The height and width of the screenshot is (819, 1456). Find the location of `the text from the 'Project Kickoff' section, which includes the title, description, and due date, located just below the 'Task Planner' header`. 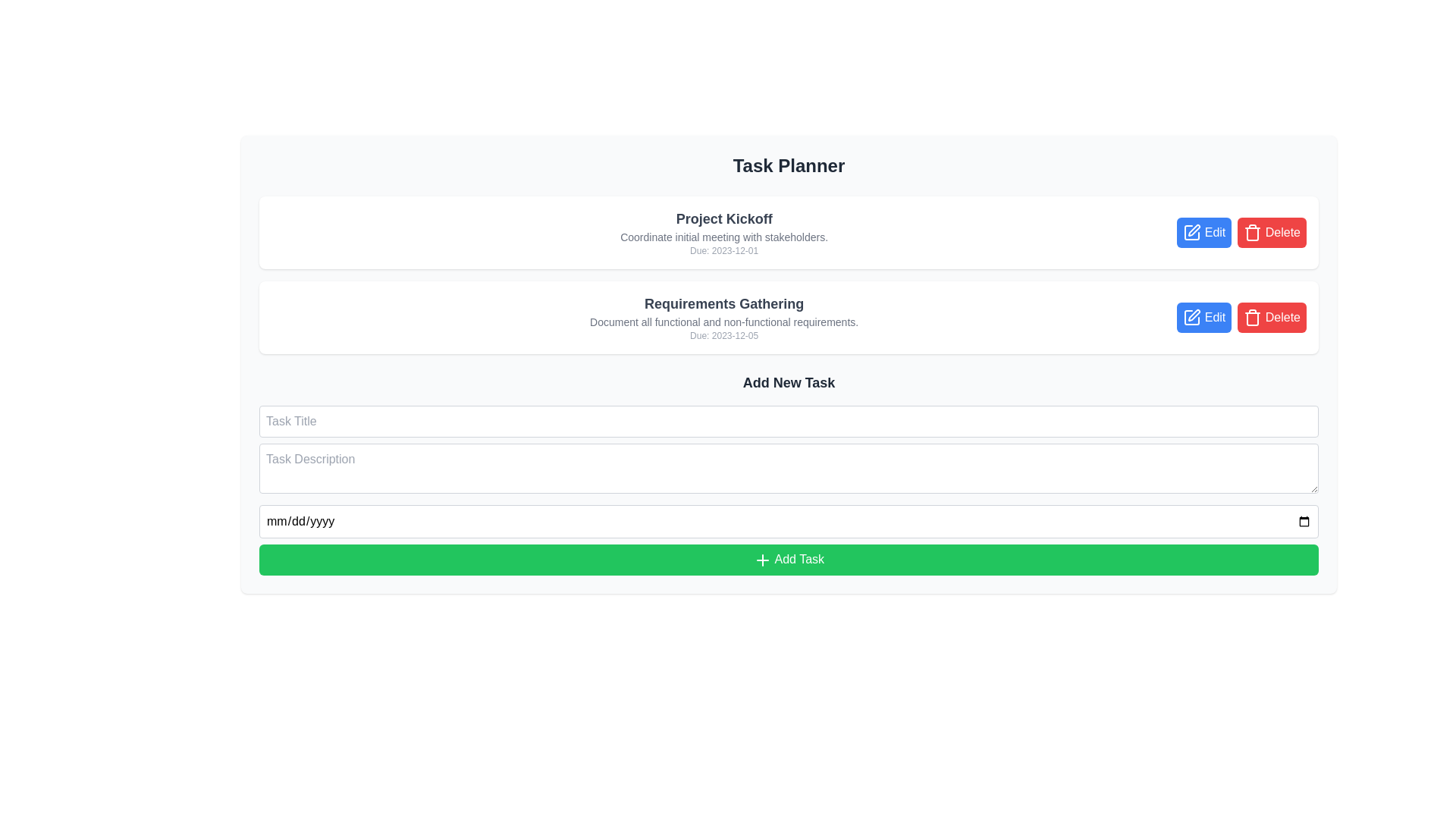

the text from the 'Project Kickoff' section, which includes the title, description, and due date, located just below the 'Task Planner' header is located at coordinates (723, 233).